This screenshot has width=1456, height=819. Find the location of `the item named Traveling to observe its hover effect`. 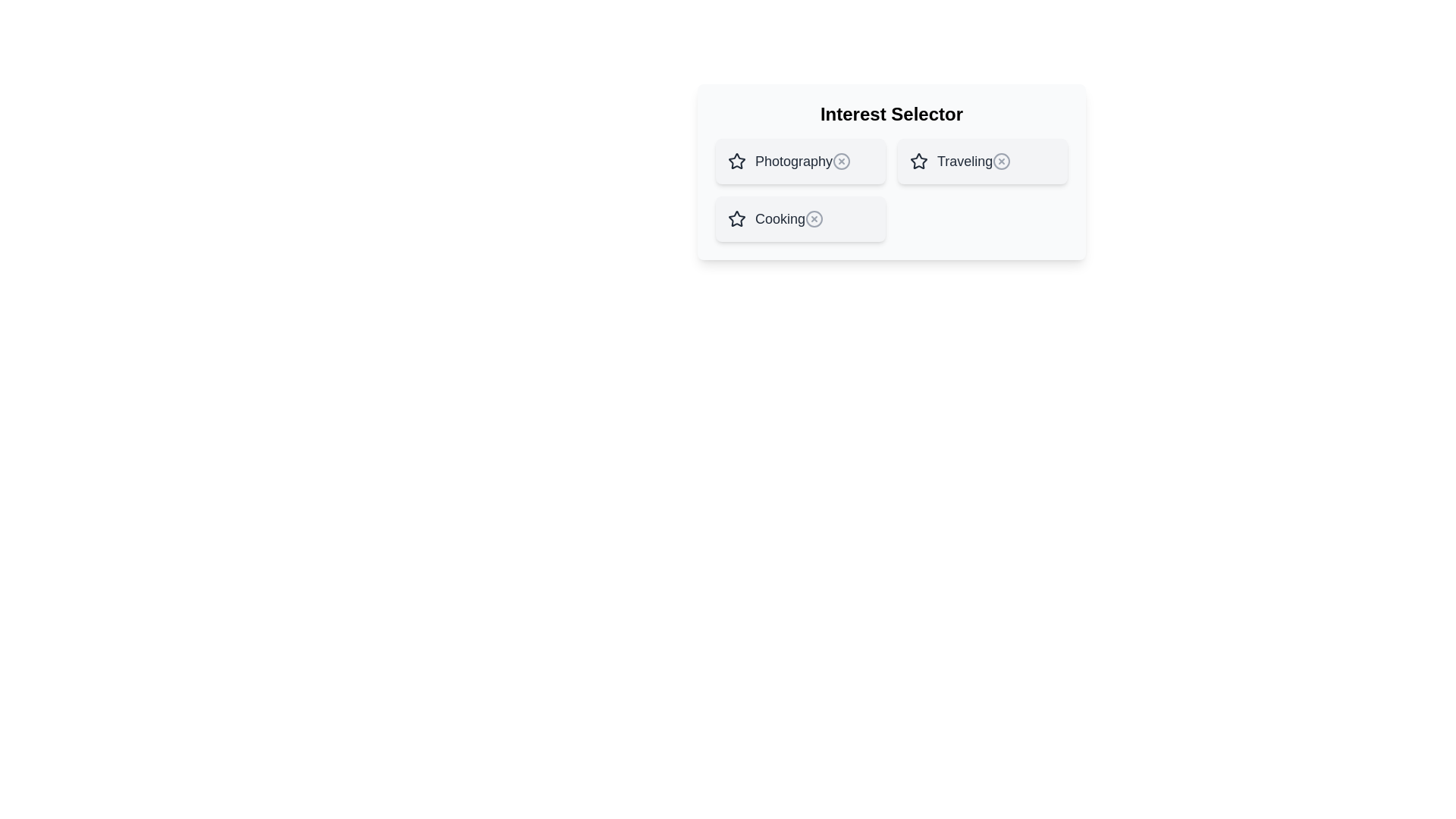

the item named Traveling to observe its hover effect is located at coordinates (983, 161).